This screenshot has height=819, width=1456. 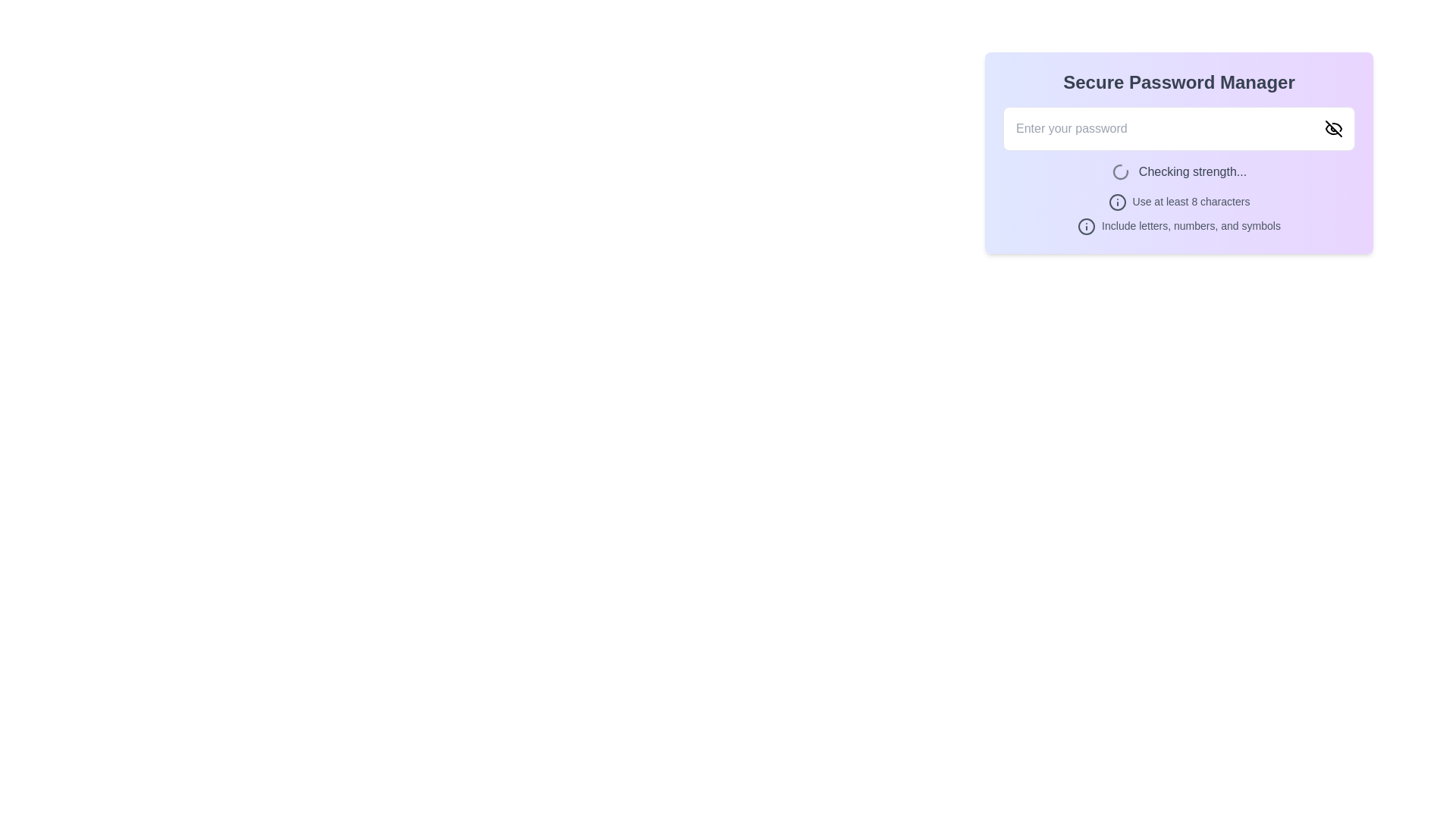 What do you see at coordinates (1120, 171) in the screenshot?
I see `the spinning loader SVG graphic, which is part of the password manager interface and is located next to the text 'Checking strength...'` at bounding box center [1120, 171].